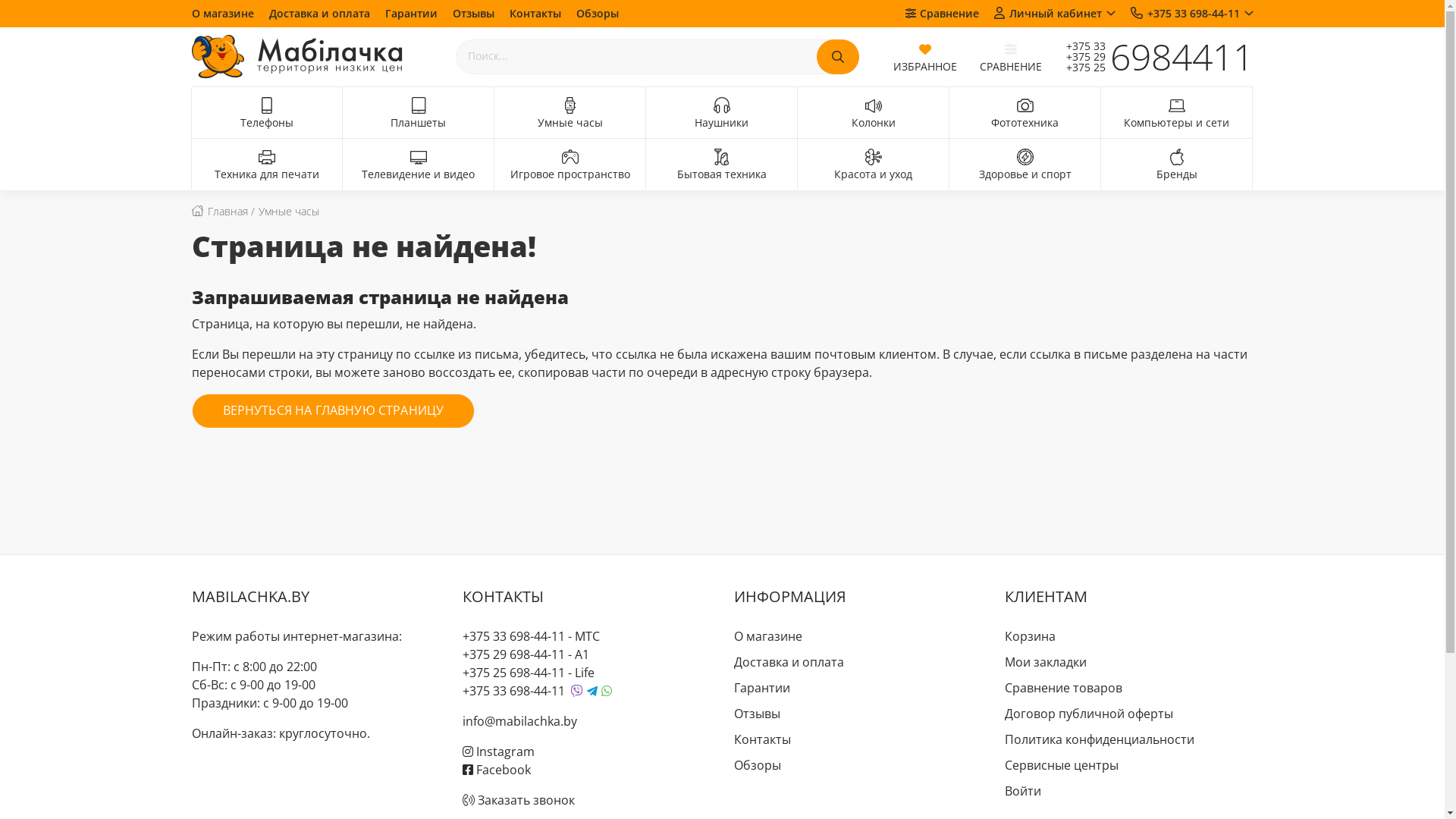 Image resolution: width=1456 pixels, height=819 pixels. What do you see at coordinates (1190, 12) in the screenshot?
I see `'+375 33 698-44-11'` at bounding box center [1190, 12].